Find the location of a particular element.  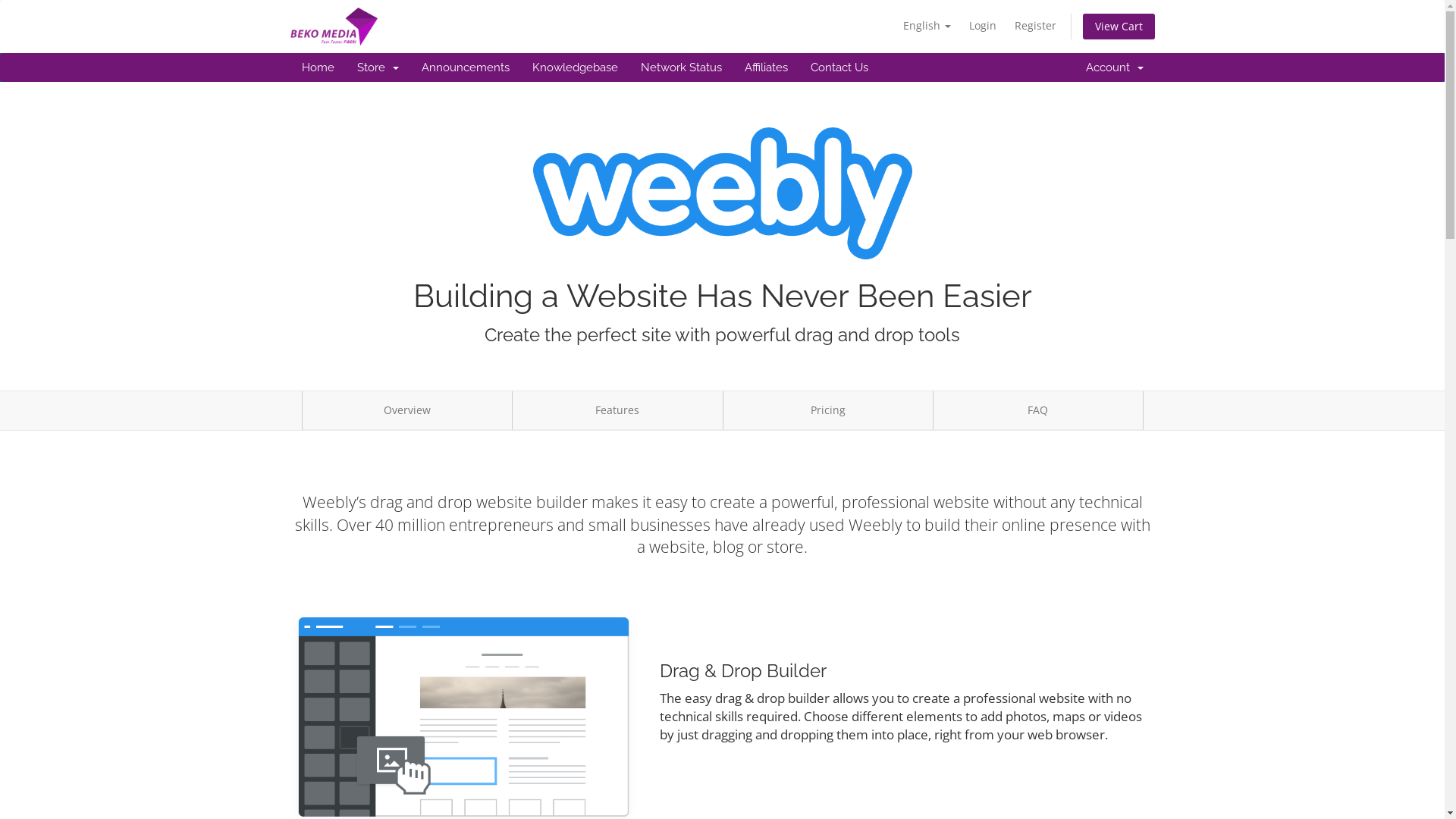

'Overview' is located at coordinates (407, 410).